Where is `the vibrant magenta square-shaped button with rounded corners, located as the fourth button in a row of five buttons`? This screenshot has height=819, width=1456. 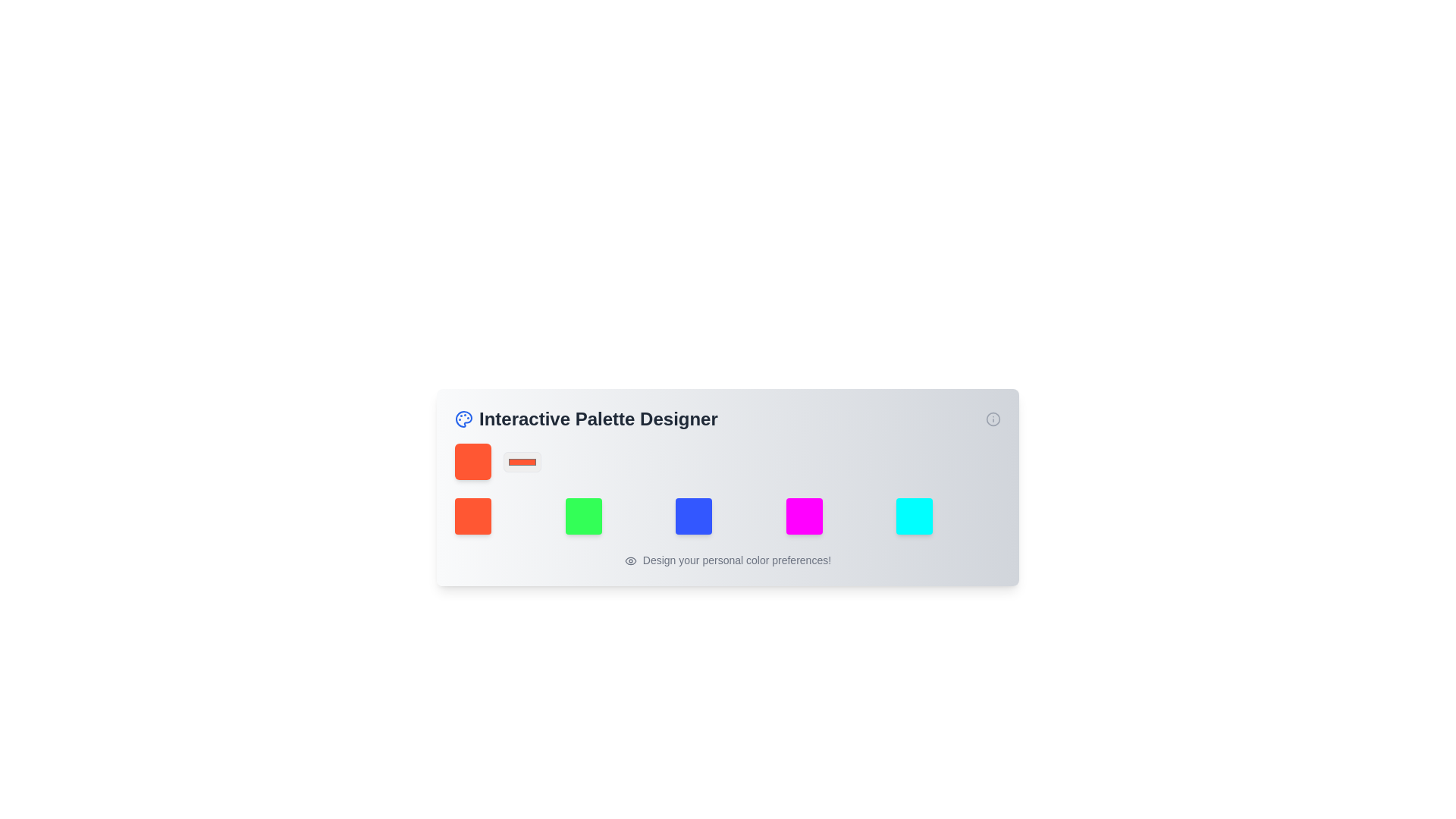
the vibrant magenta square-shaped button with rounded corners, located as the fourth button in a row of five buttons is located at coordinates (803, 516).